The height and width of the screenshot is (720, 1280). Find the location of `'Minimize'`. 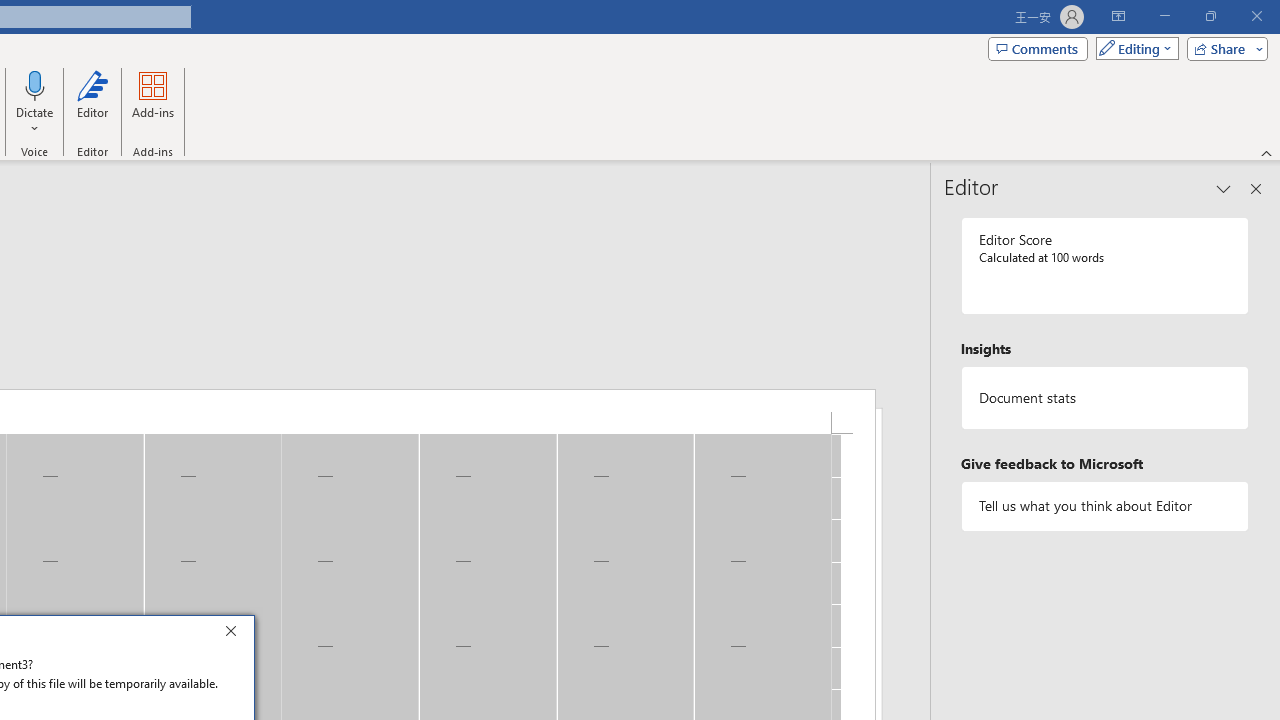

'Minimize' is located at coordinates (1164, 16).